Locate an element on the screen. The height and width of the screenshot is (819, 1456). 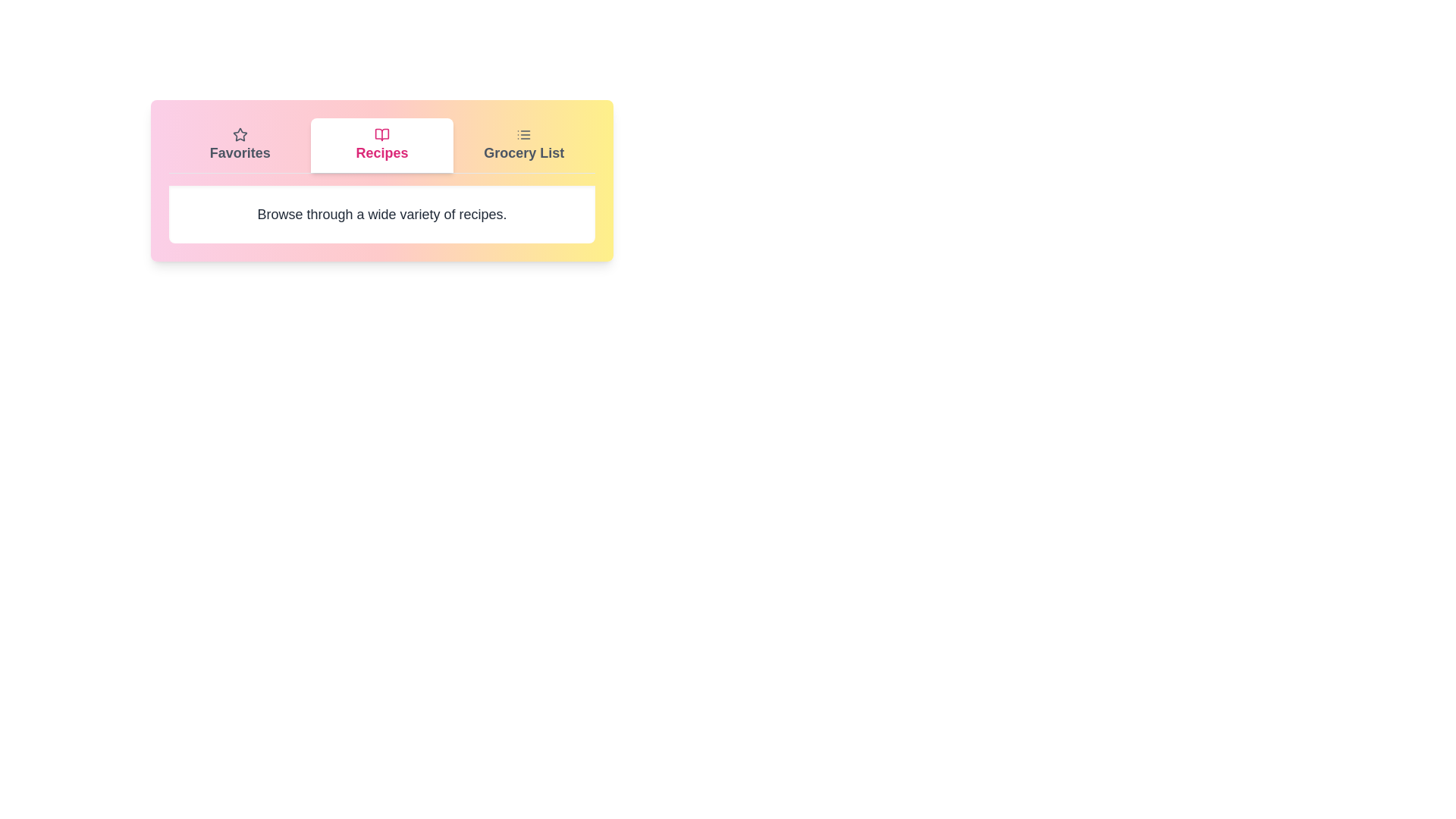
the Favorites tab is located at coordinates (239, 146).